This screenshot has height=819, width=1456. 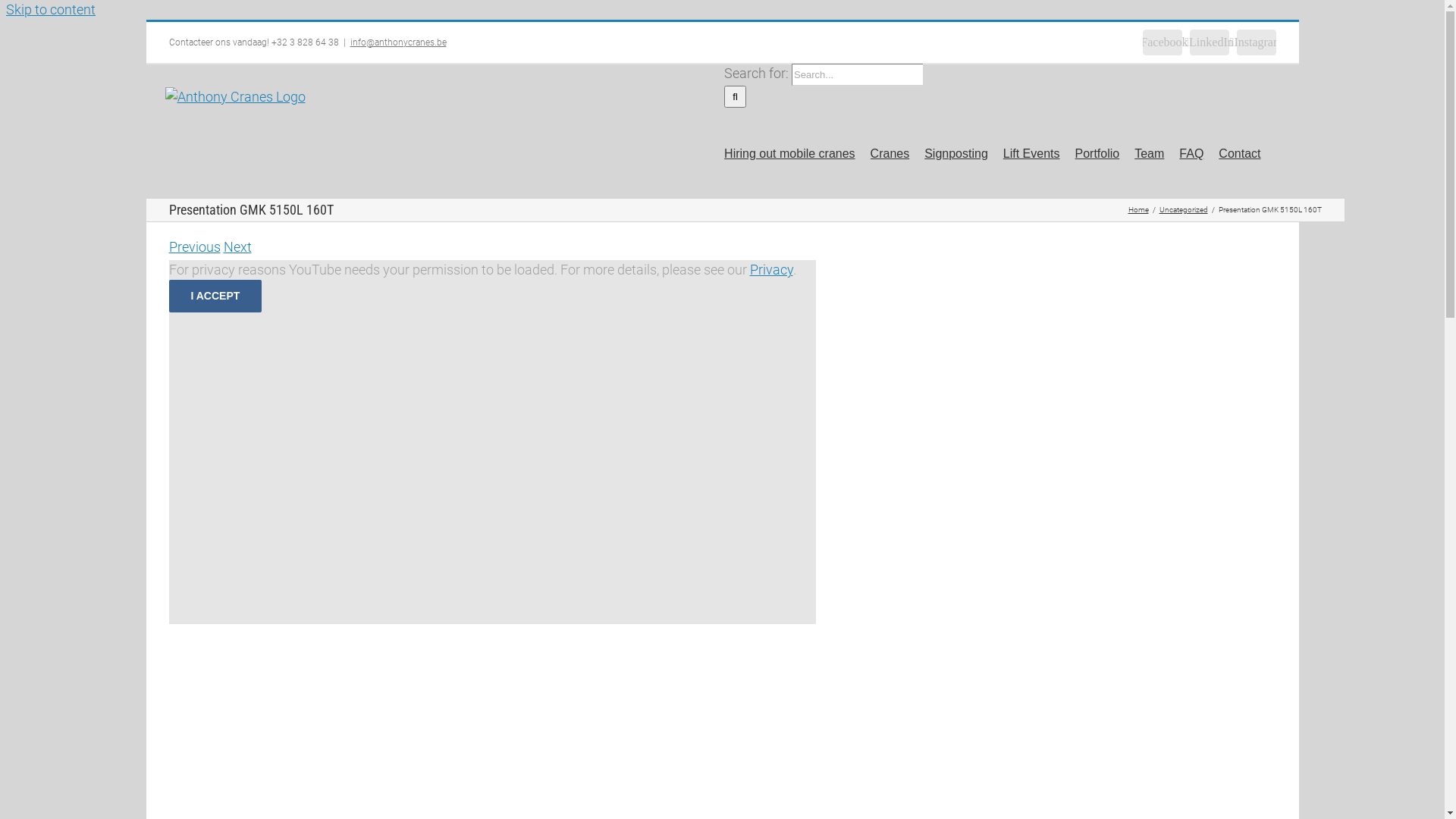 What do you see at coordinates (1003, 152) in the screenshot?
I see `'Lift Events'` at bounding box center [1003, 152].